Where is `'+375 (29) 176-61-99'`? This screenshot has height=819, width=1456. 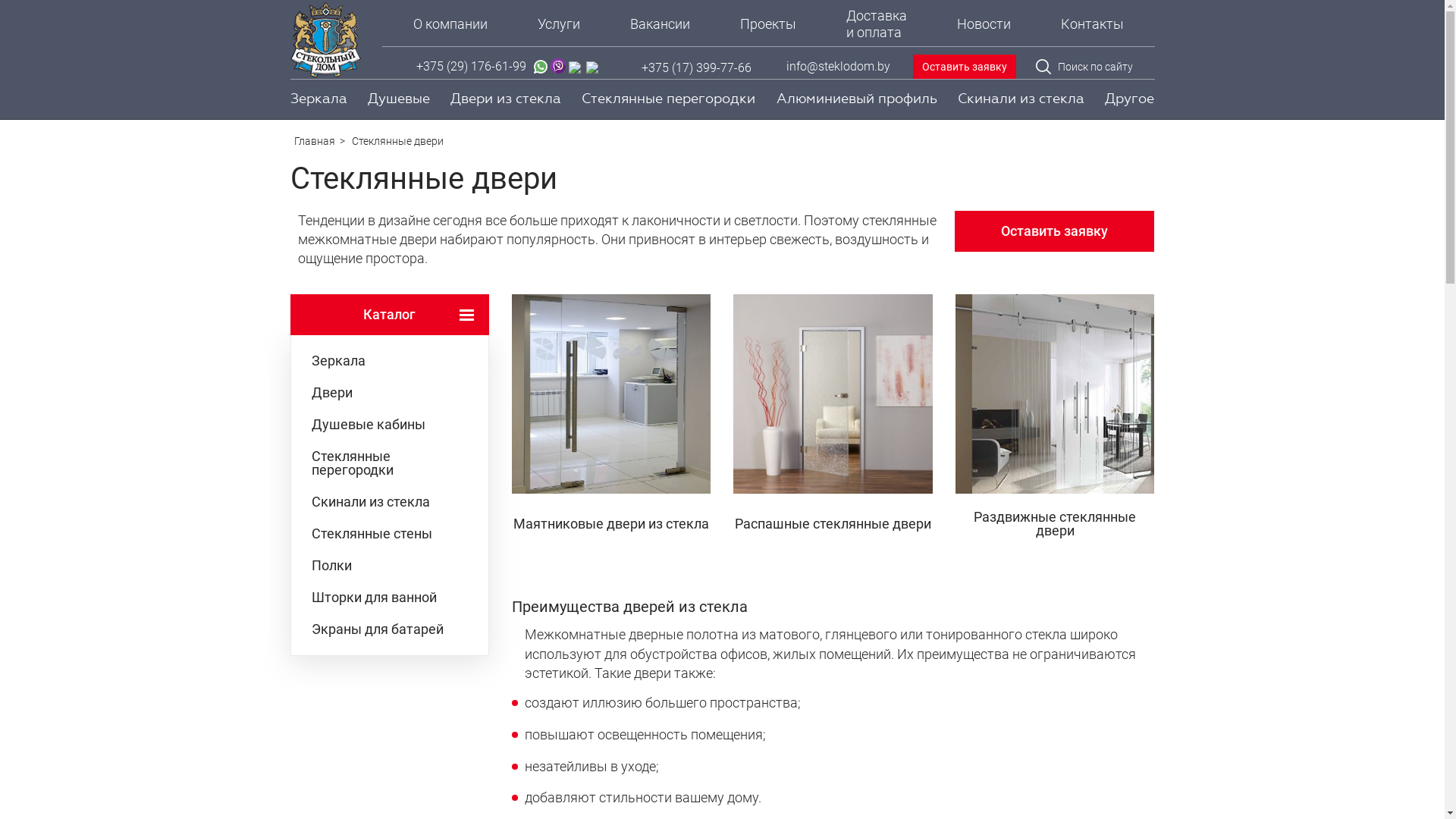 '+375 (29) 176-61-99' is located at coordinates (470, 67).